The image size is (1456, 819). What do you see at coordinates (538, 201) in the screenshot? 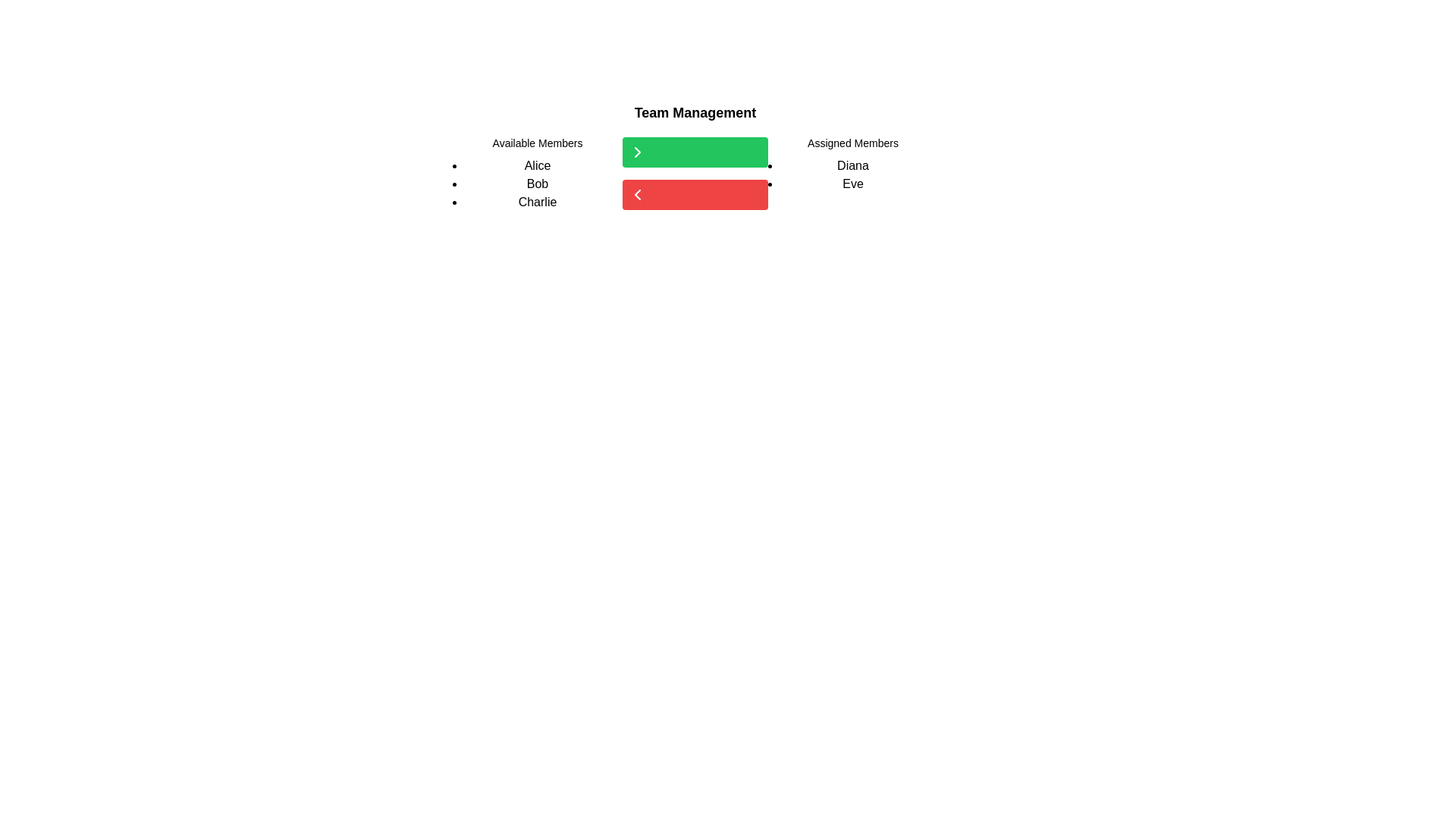
I see `the text label representing 'Charlie' in the 'Available Members' section` at bounding box center [538, 201].